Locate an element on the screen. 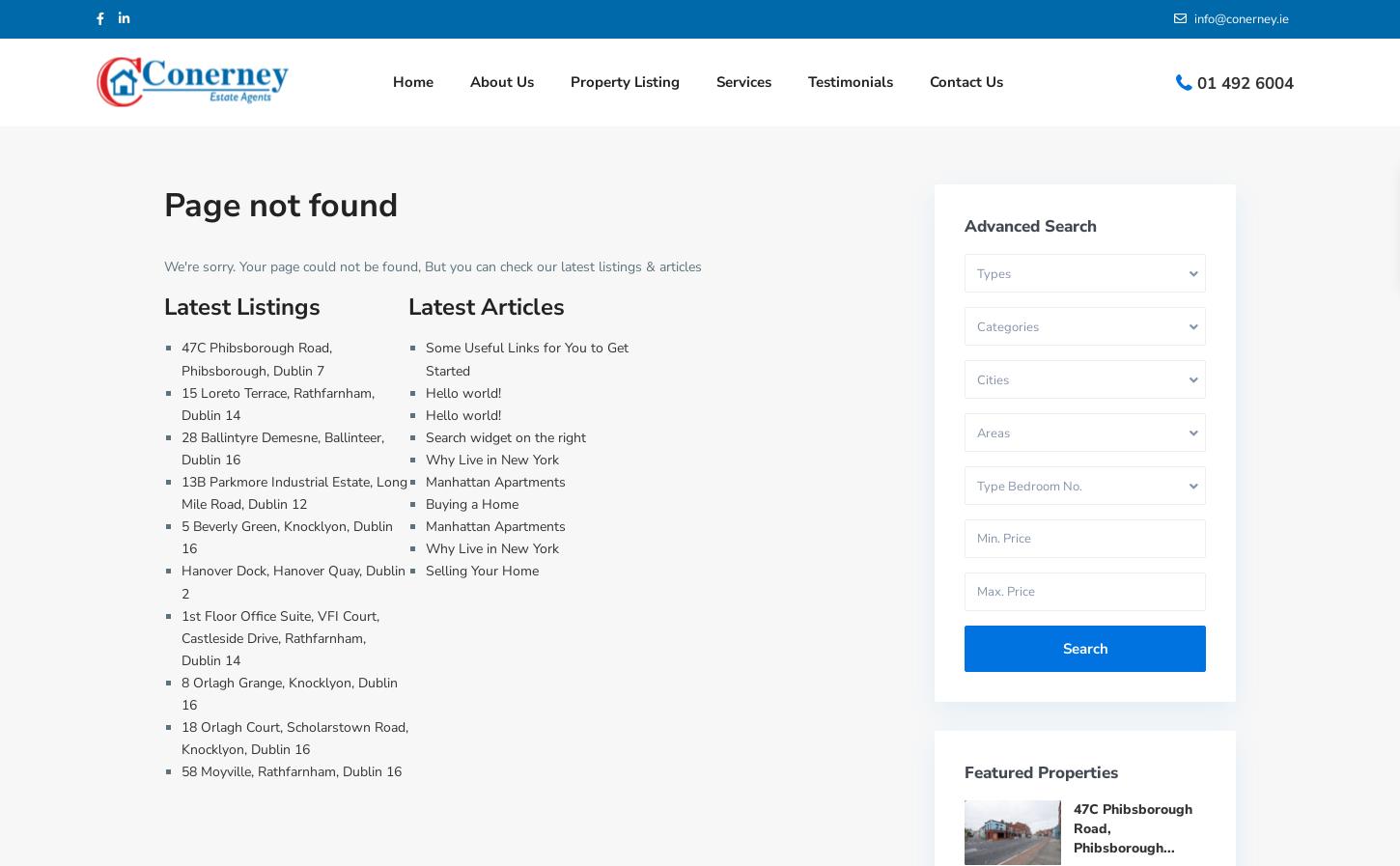 The width and height of the screenshot is (1400, 866). 'We're sorry. Your page could not be found, But you can check our latest listings & articles' is located at coordinates (432, 265).